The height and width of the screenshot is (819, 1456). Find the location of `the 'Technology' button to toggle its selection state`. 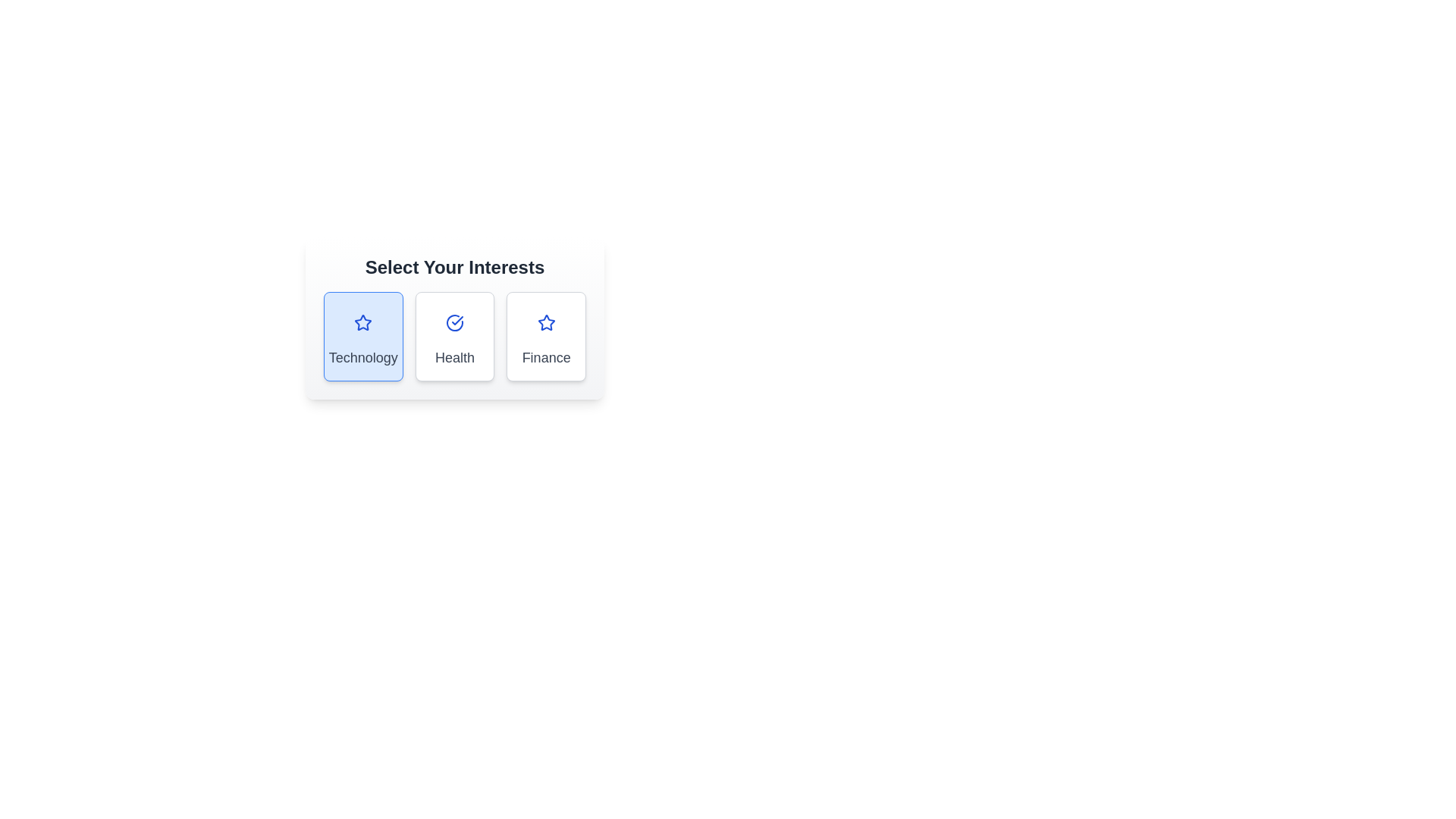

the 'Technology' button to toggle its selection state is located at coordinates (362, 335).